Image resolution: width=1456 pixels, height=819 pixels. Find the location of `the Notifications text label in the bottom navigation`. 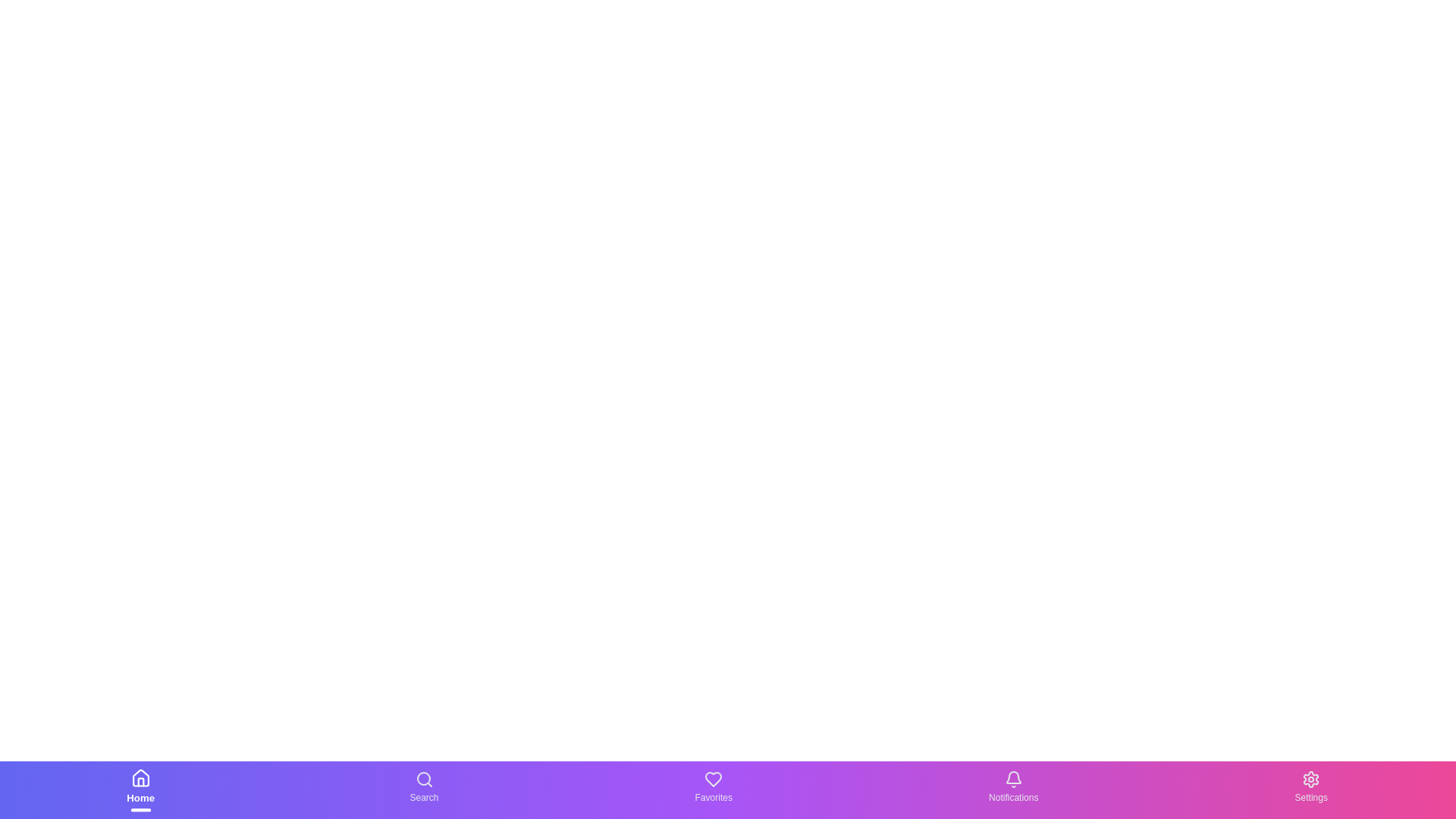

the Notifications text label in the bottom navigation is located at coordinates (1013, 789).